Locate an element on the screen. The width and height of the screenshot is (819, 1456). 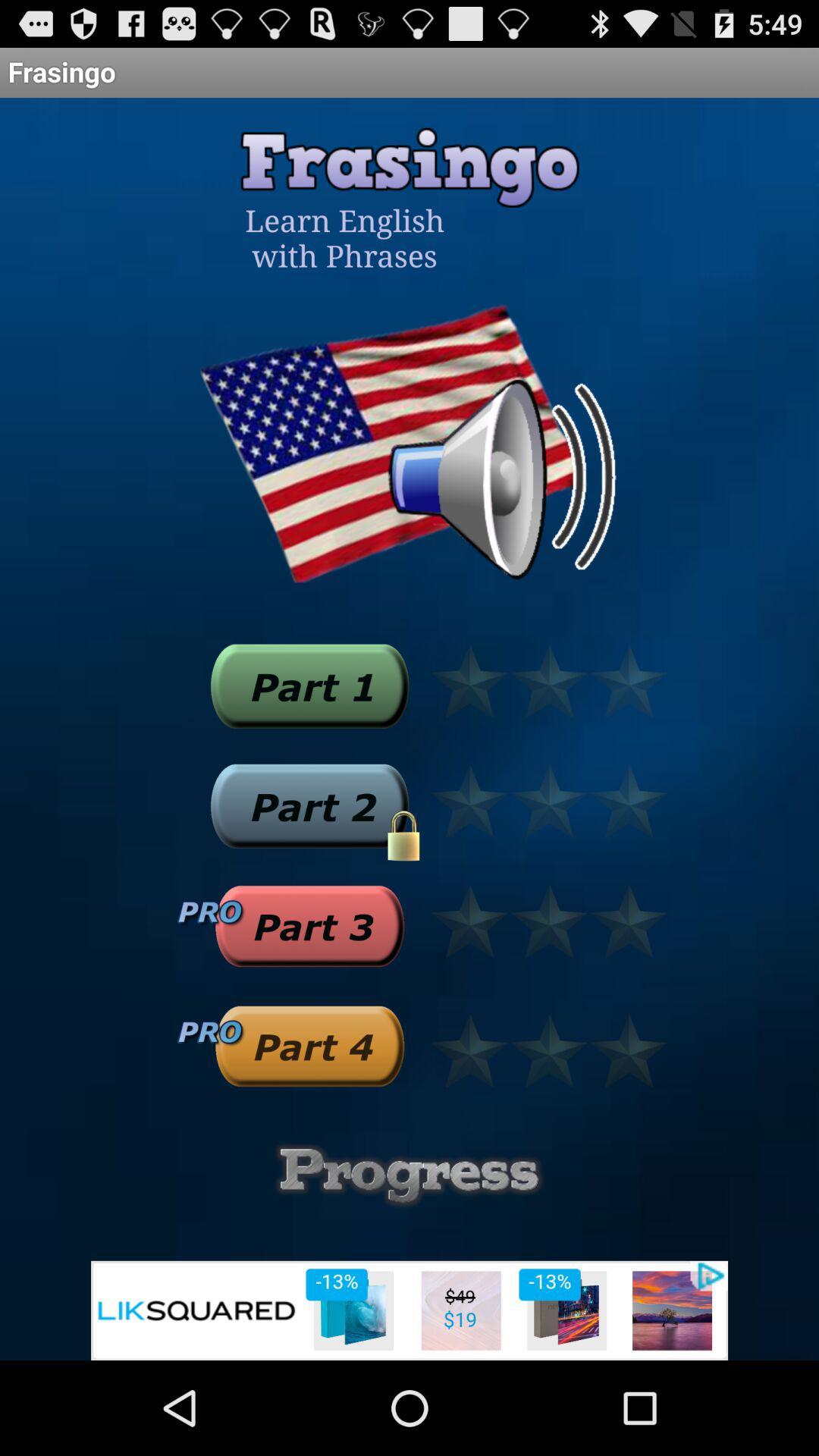
advertisement page is located at coordinates (409, 1310).